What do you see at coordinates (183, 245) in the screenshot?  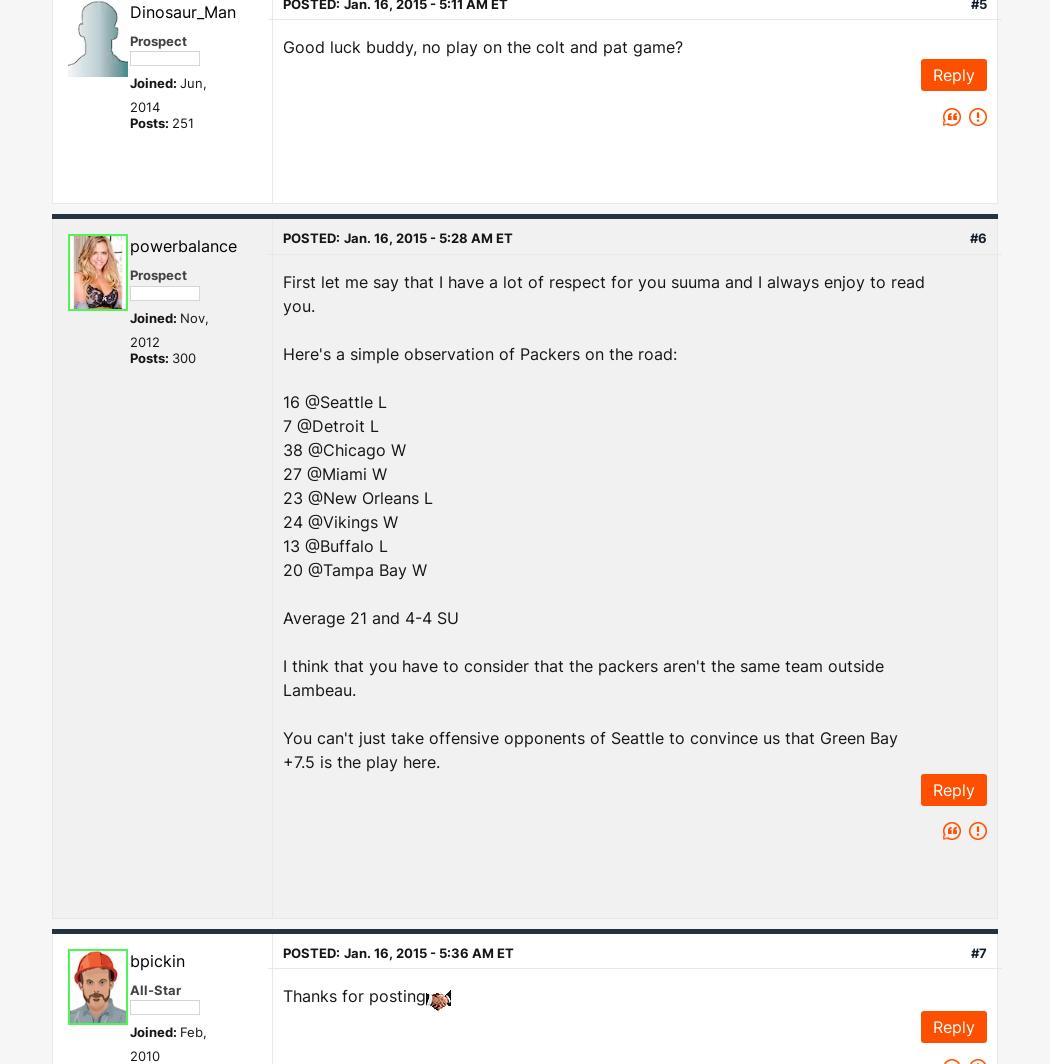 I see `'powerbalance'` at bounding box center [183, 245].